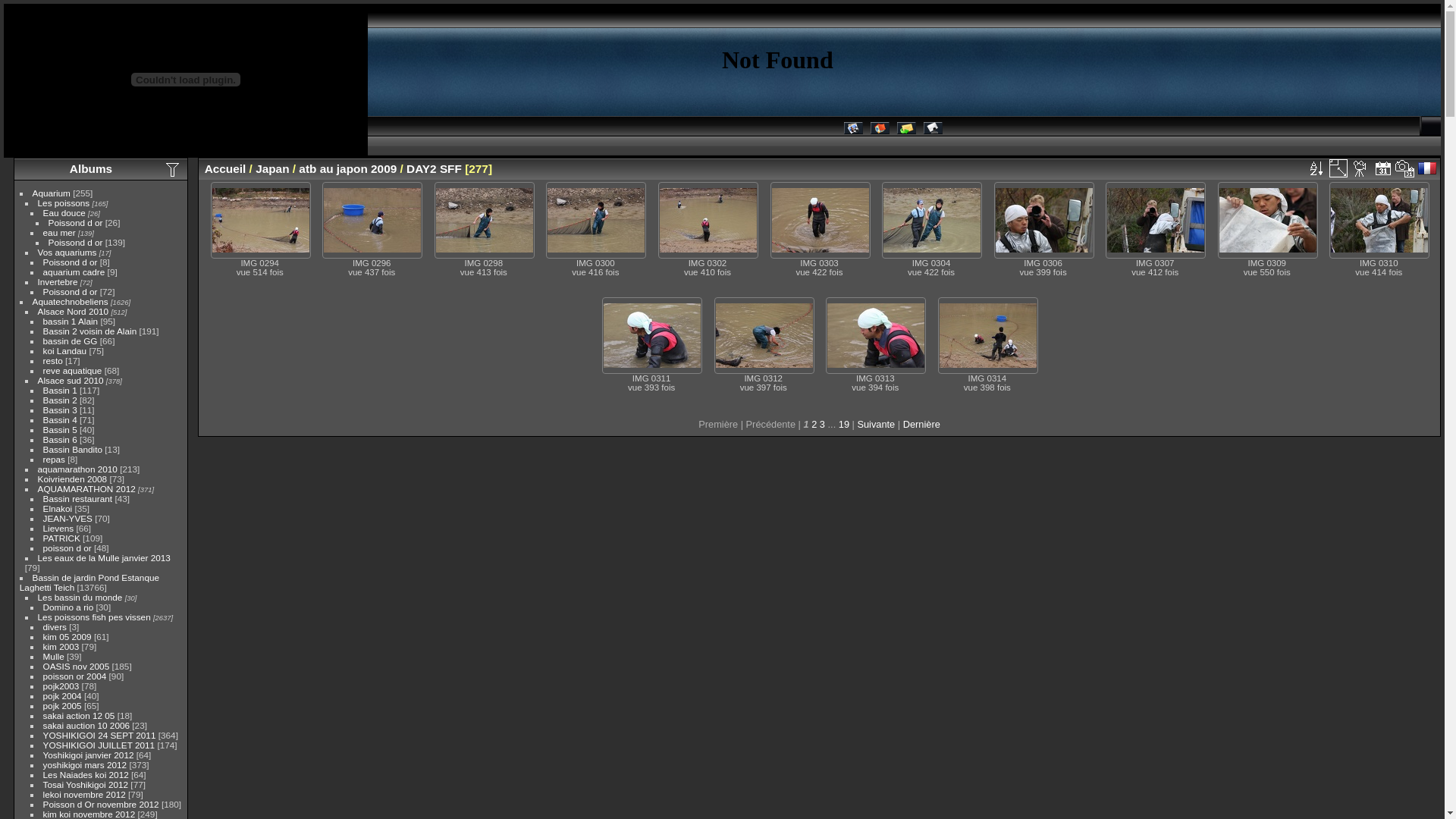 The width and height of the screenshot is (1456, 819). I want to click on 'Bassin restaurant', so click(77, 498).